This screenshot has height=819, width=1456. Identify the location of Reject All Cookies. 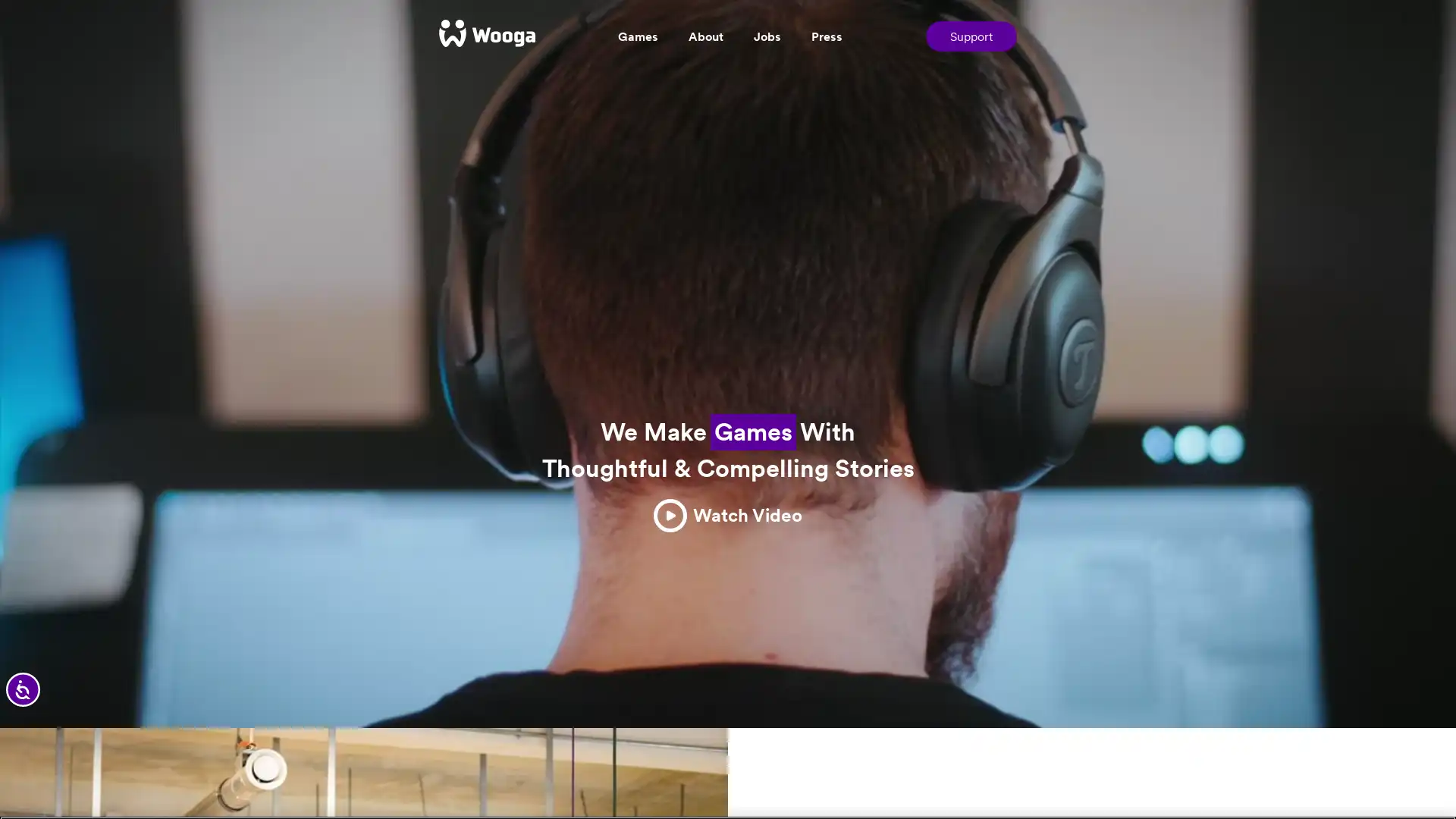
(1109, 778).